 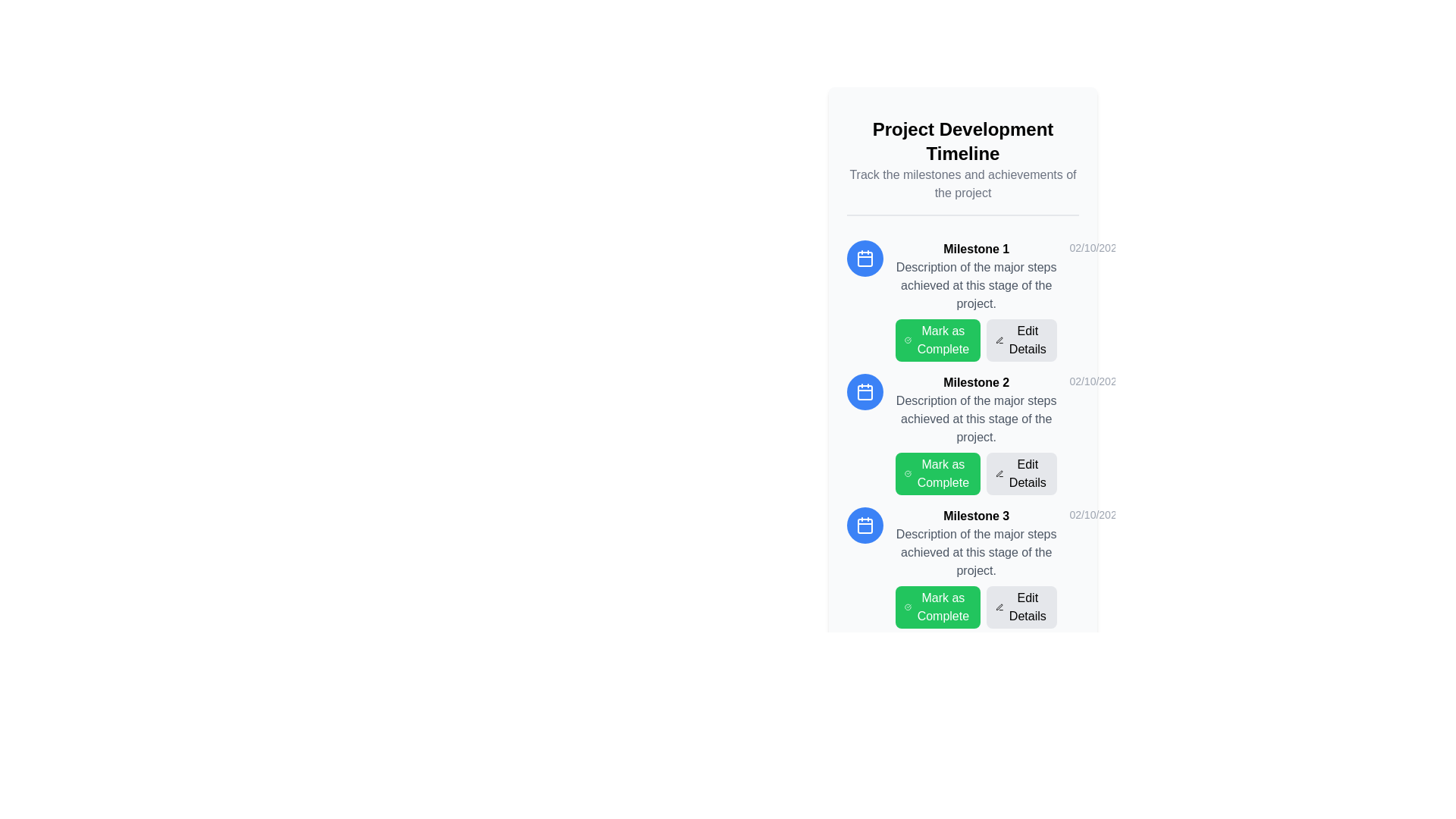 What do you see at coordinates (1022, 339) in the screenshot?
I see `the edit button located to the right of the 'Mark as Complete' button to invoke the editing functionality for the milestone details in the project timeline` at bounding box center [1022, 339].